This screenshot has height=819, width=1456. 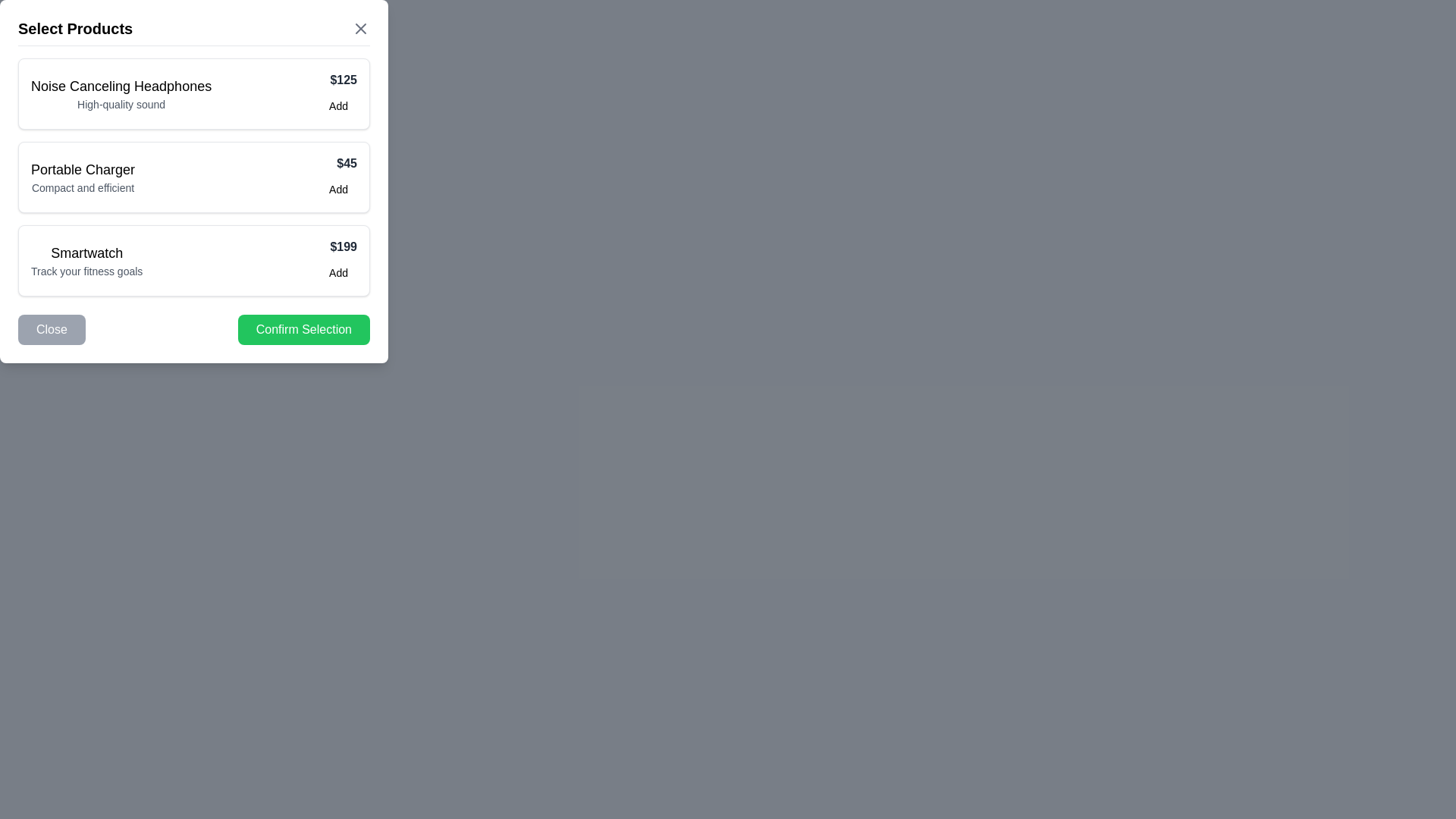 I want to click on the close button represented by an 'X' shape in the top-right corner of the 'Select Products' header, so click(x=359, y=29).